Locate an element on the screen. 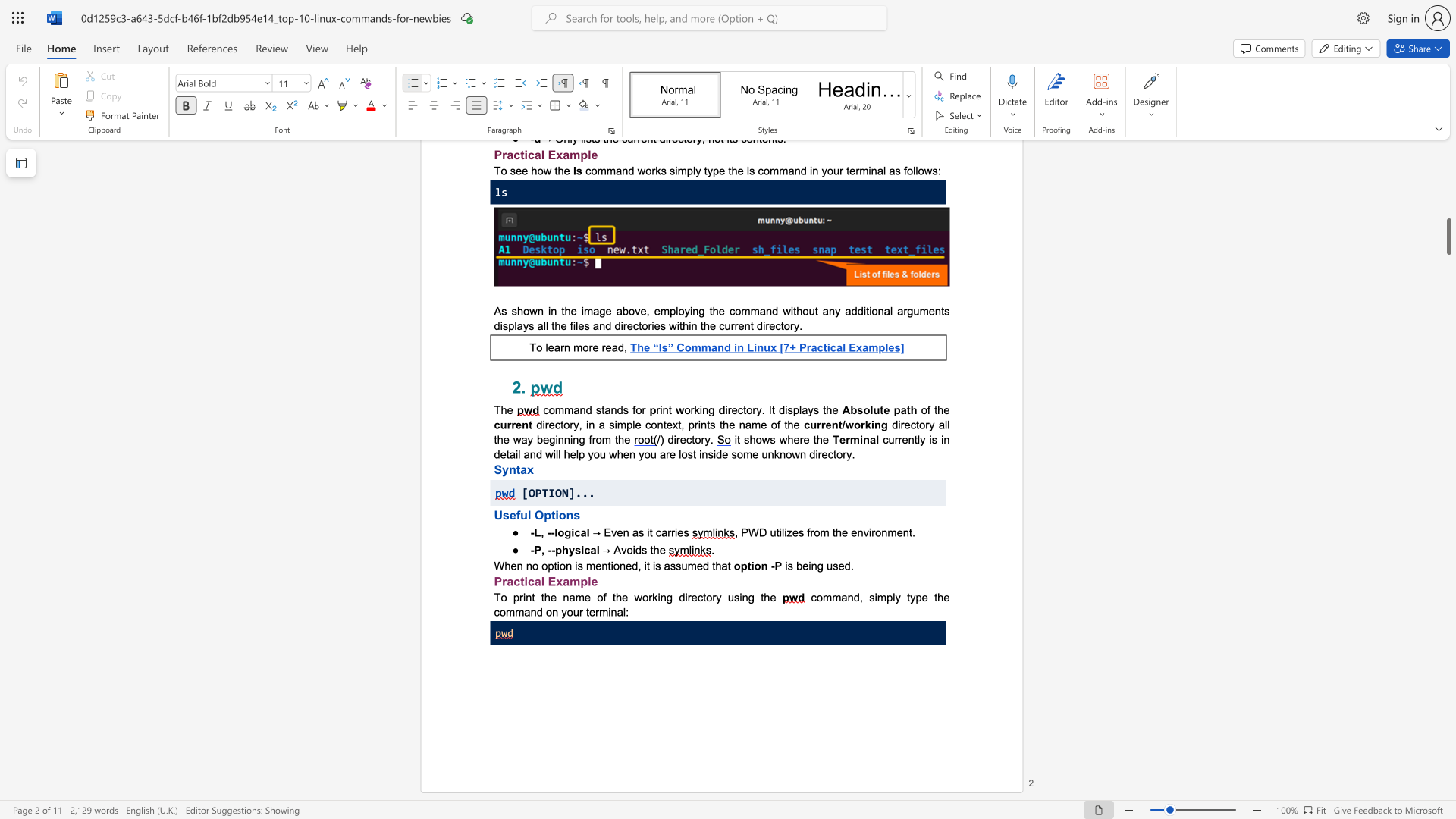  the 2th character "t" in the text is located at coordinates (648, 566).